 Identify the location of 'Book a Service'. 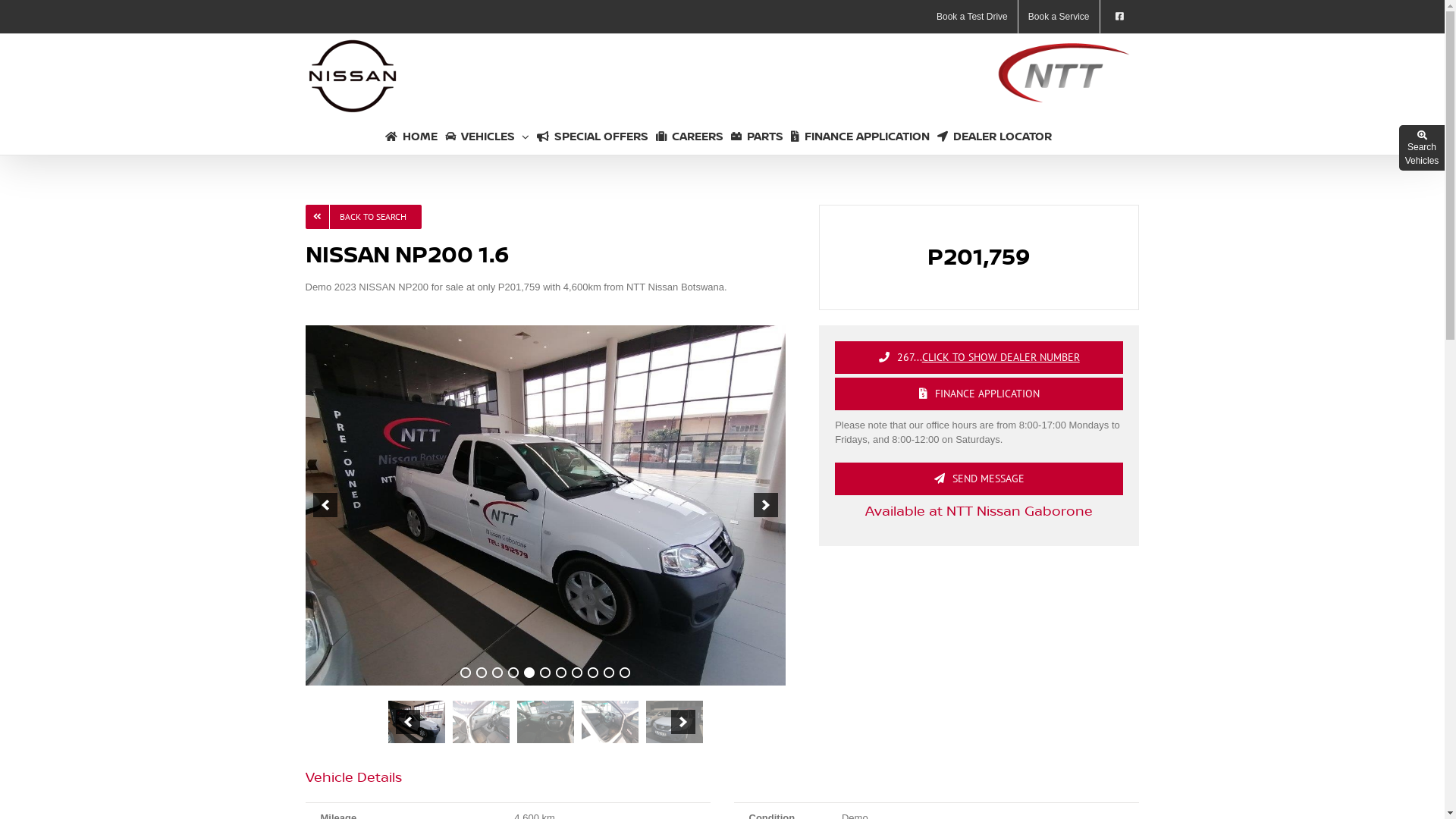
(1018, 17).